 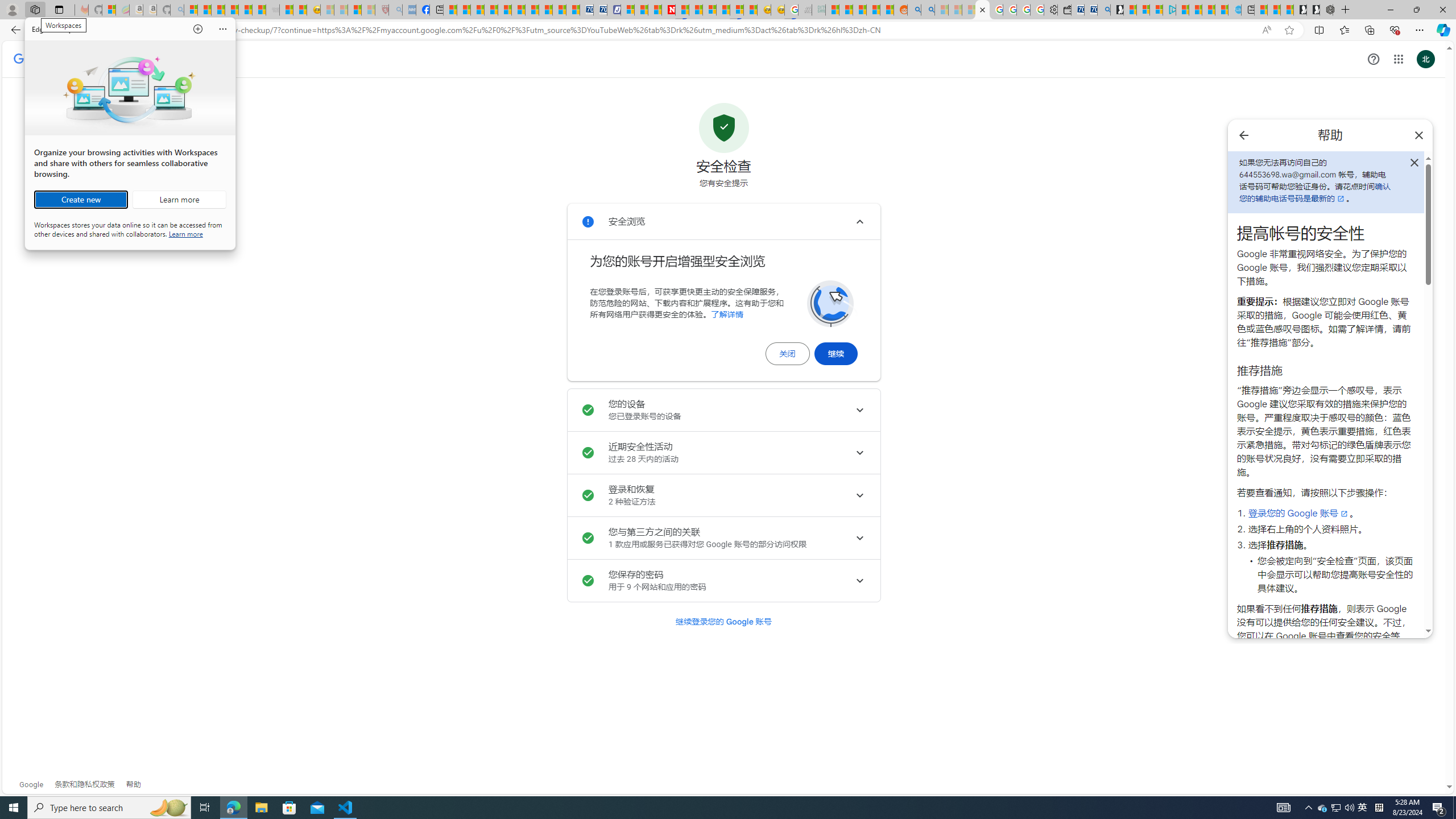 I want to click on 'Climate Damage Becomes Too Severe To Reverse', so click(x=490, y=9).